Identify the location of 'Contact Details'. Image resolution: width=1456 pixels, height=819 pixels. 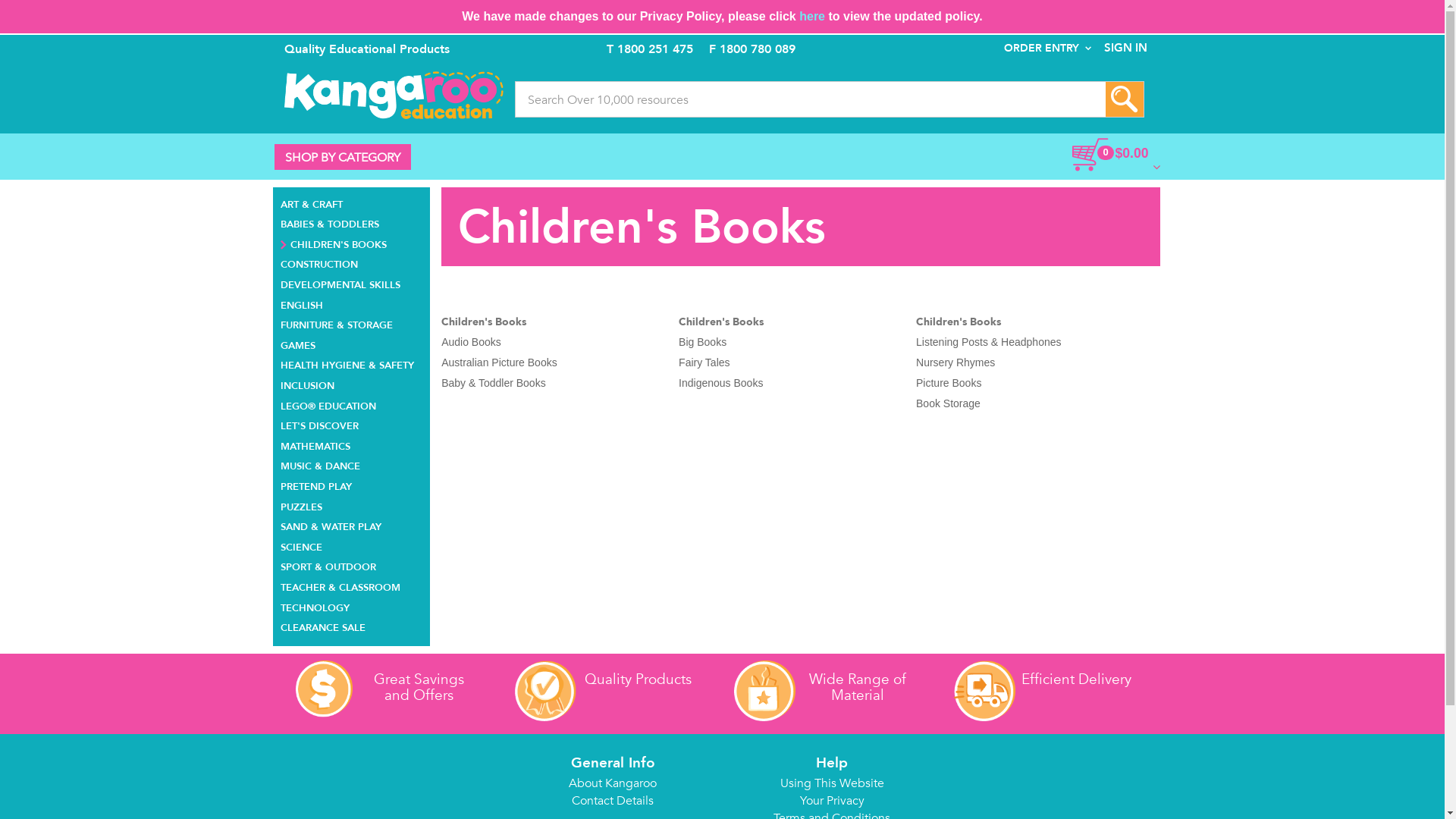
(612, 800).